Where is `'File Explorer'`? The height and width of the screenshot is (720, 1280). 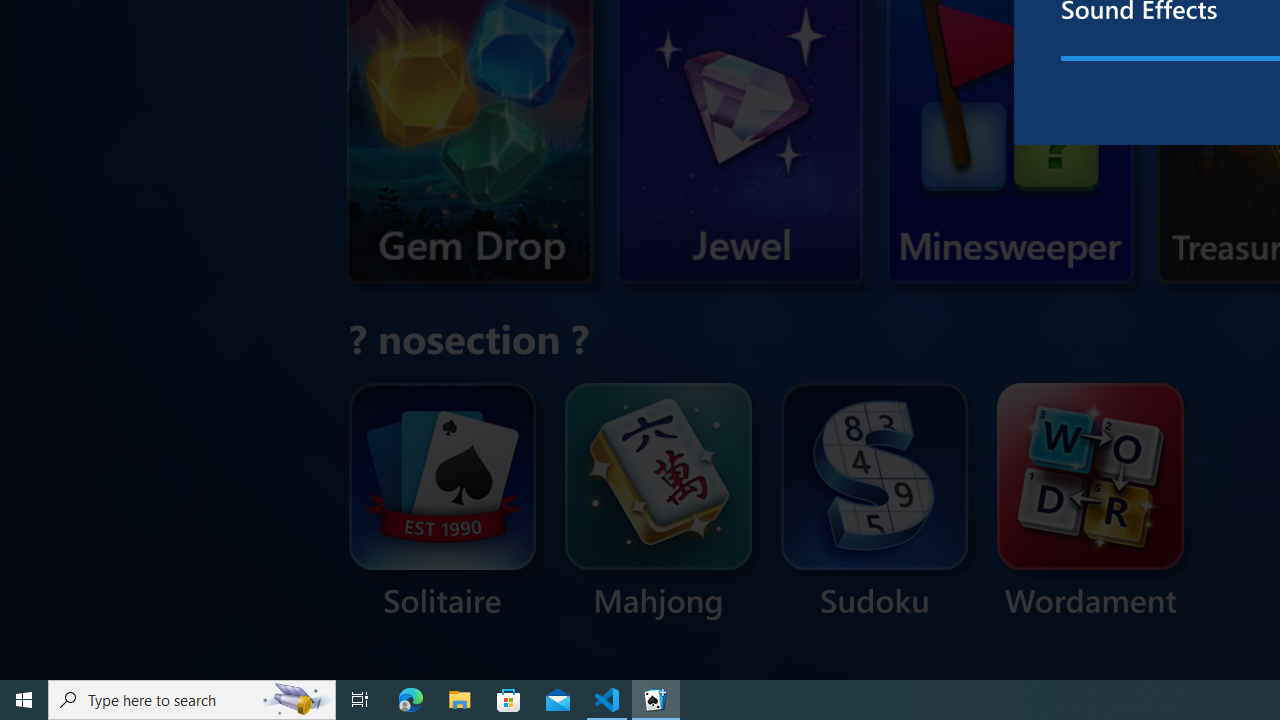 'File Explorer' is located at coordinates (459, 698).